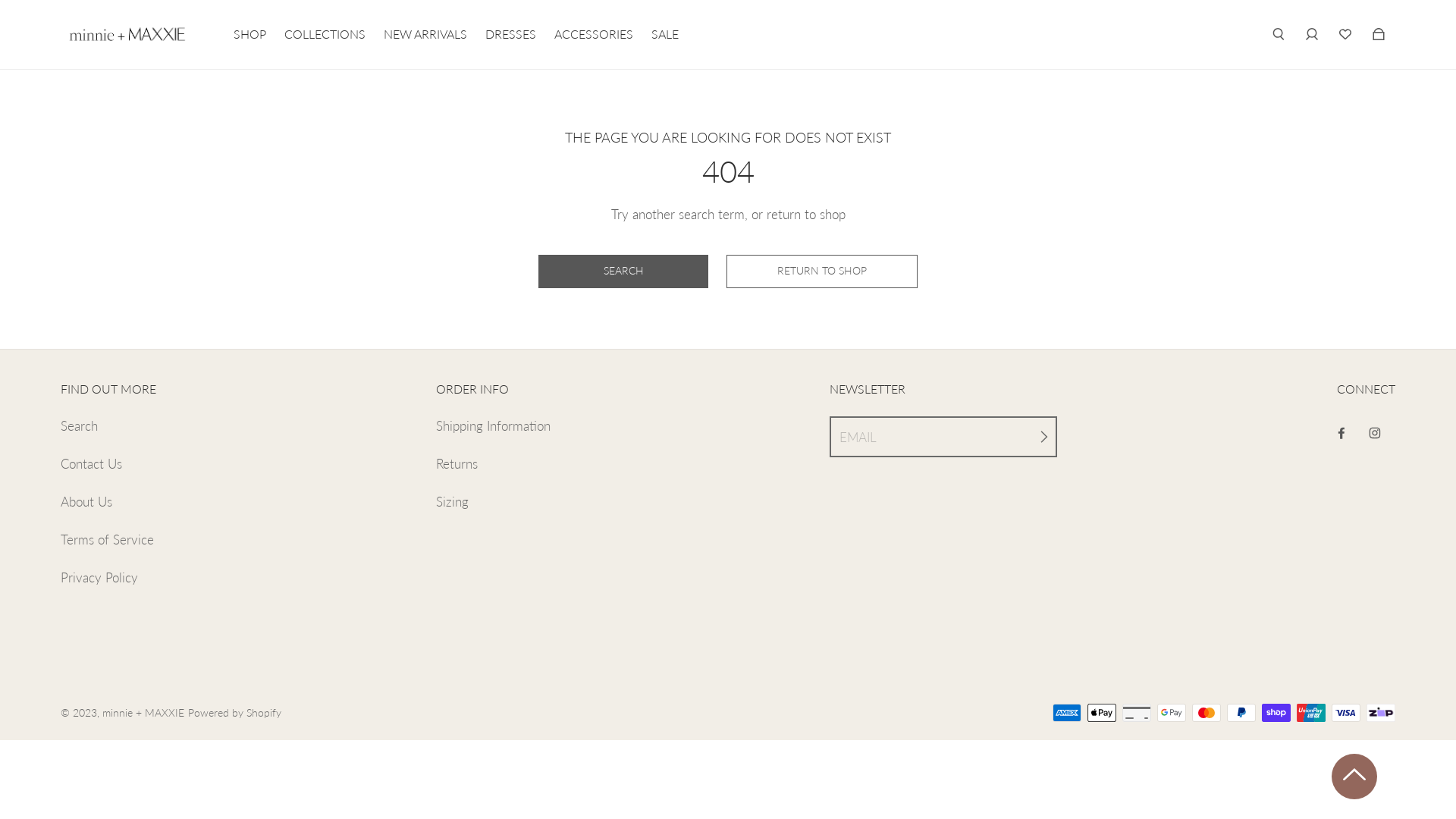 The height and width of the screenshot is (819, 1456). What do you see at coordinates (435, 426) in the screenshot?
I see `'Shipping Information'` at bounding box center [435, 426].